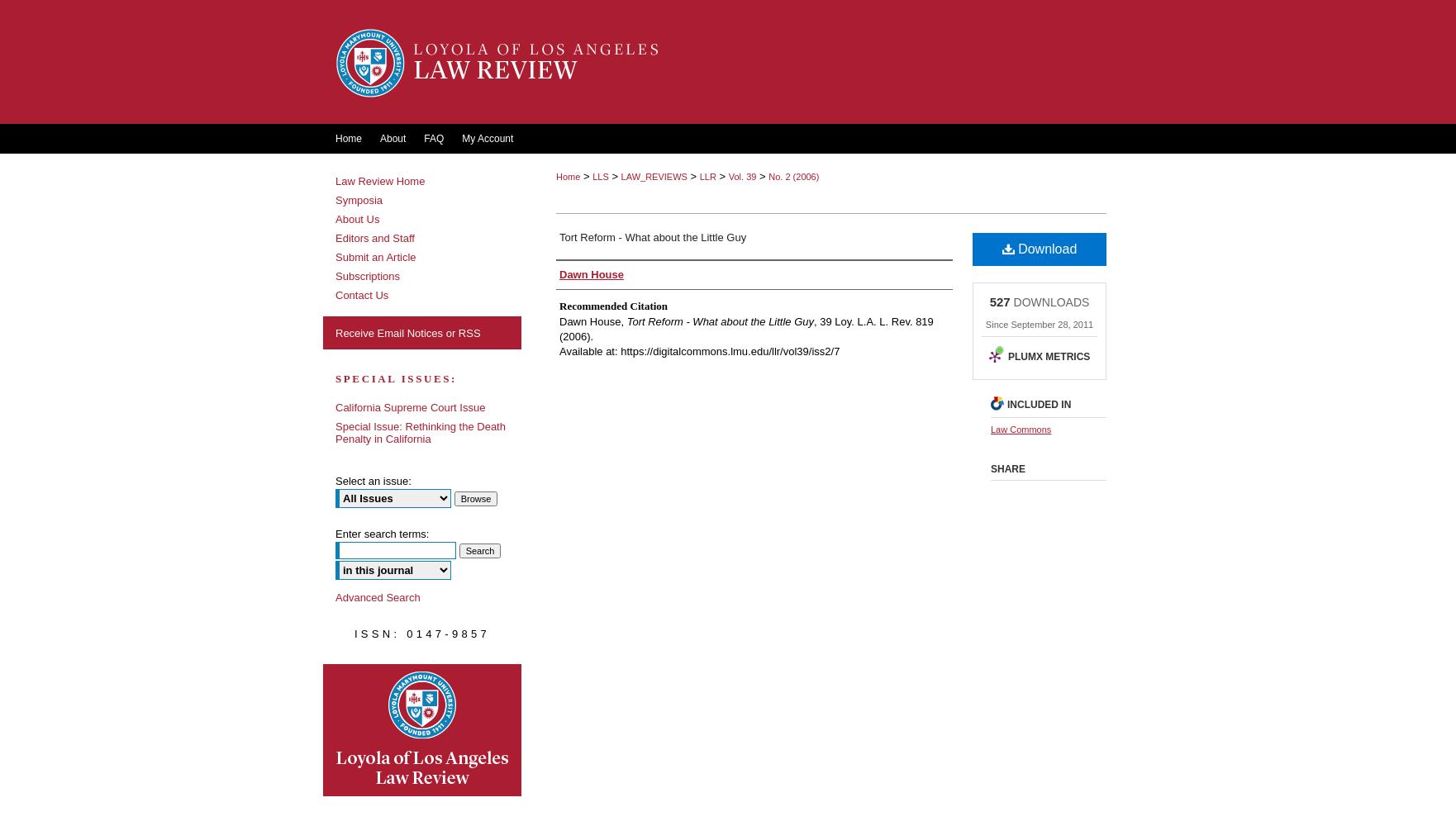  What do you see at coordinates (768, 176) in the screenshot?
I see `'No. 2 (2006)'` at bounding box center [768, 176].